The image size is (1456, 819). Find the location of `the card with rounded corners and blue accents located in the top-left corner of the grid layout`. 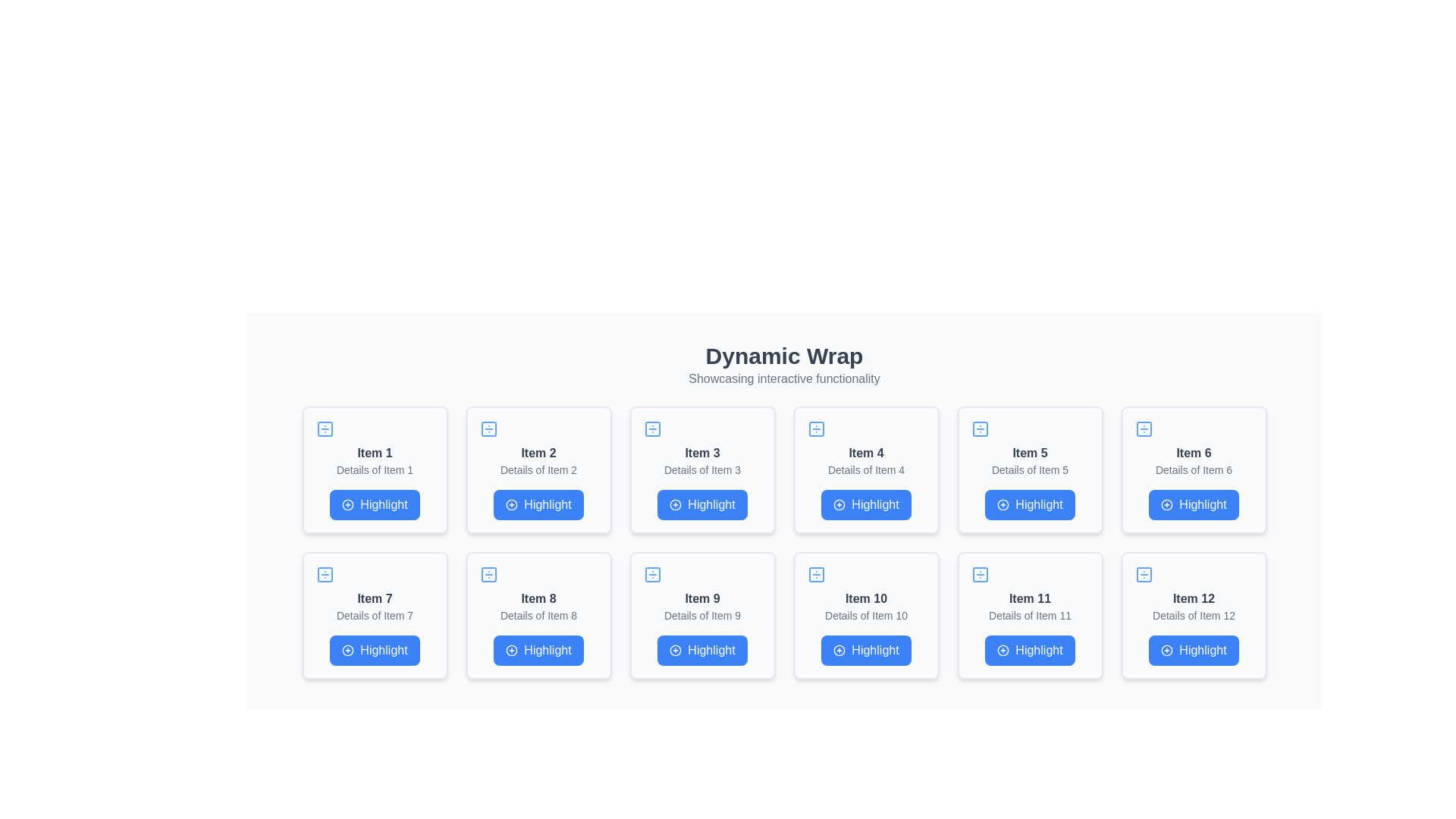

the card with rounded corners and blue accents located in the top-left corner of the grid layout is located at coordinates (375, 469).